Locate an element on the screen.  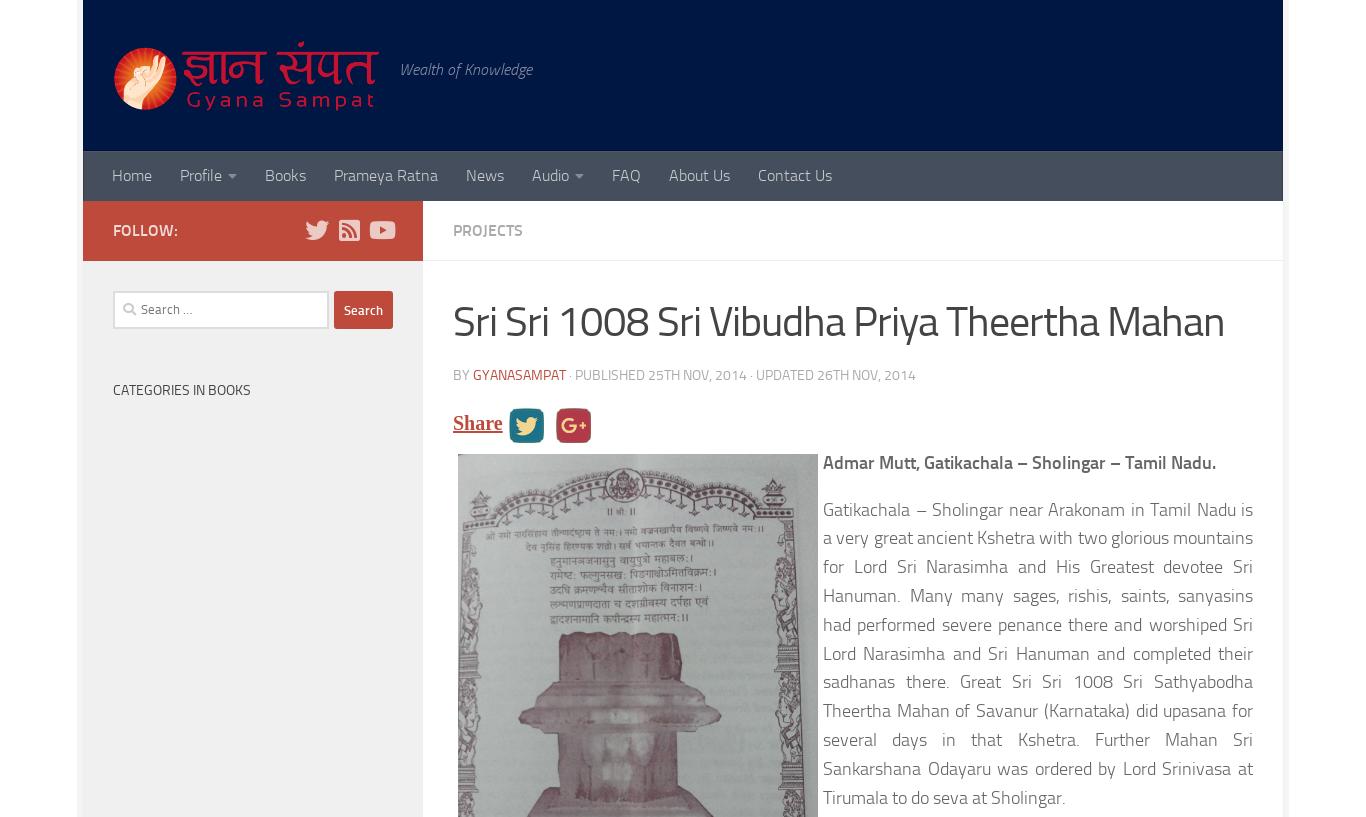
'· Updated' is located at coordinates (782, 373).